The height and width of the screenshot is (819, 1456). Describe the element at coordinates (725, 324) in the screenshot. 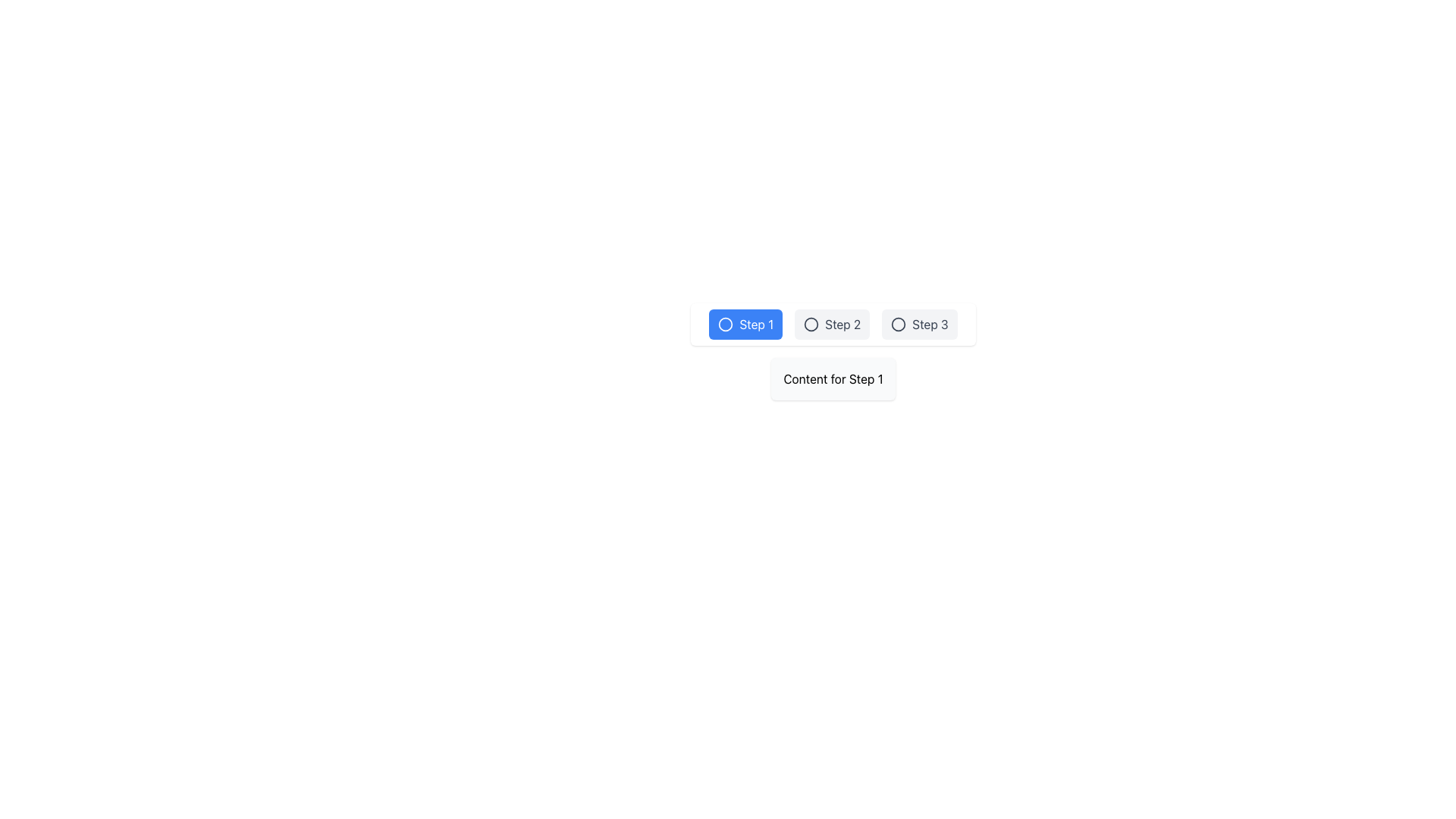

I see `SVG properties of the circular icon located to the left of the text 'Step 1' on the button with a blue background` at that location.